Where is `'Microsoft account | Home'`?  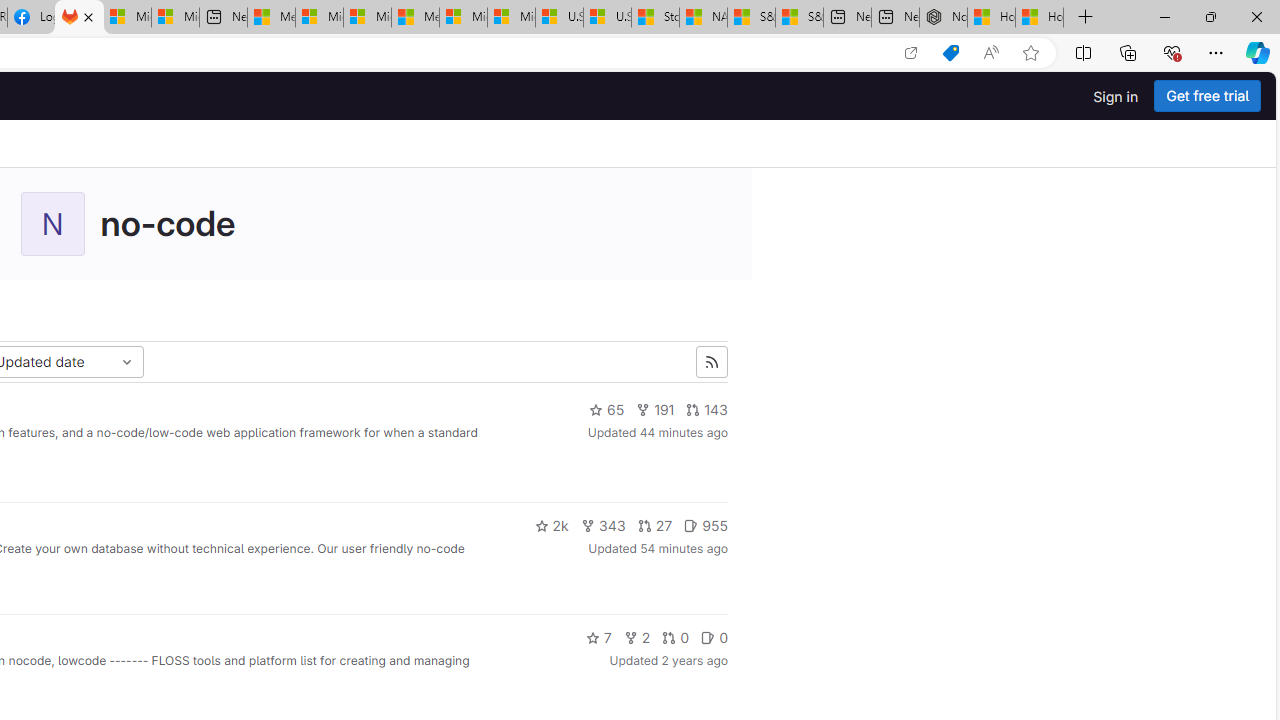 'Microsoft account | Home' is located at coordinates (367, 17).